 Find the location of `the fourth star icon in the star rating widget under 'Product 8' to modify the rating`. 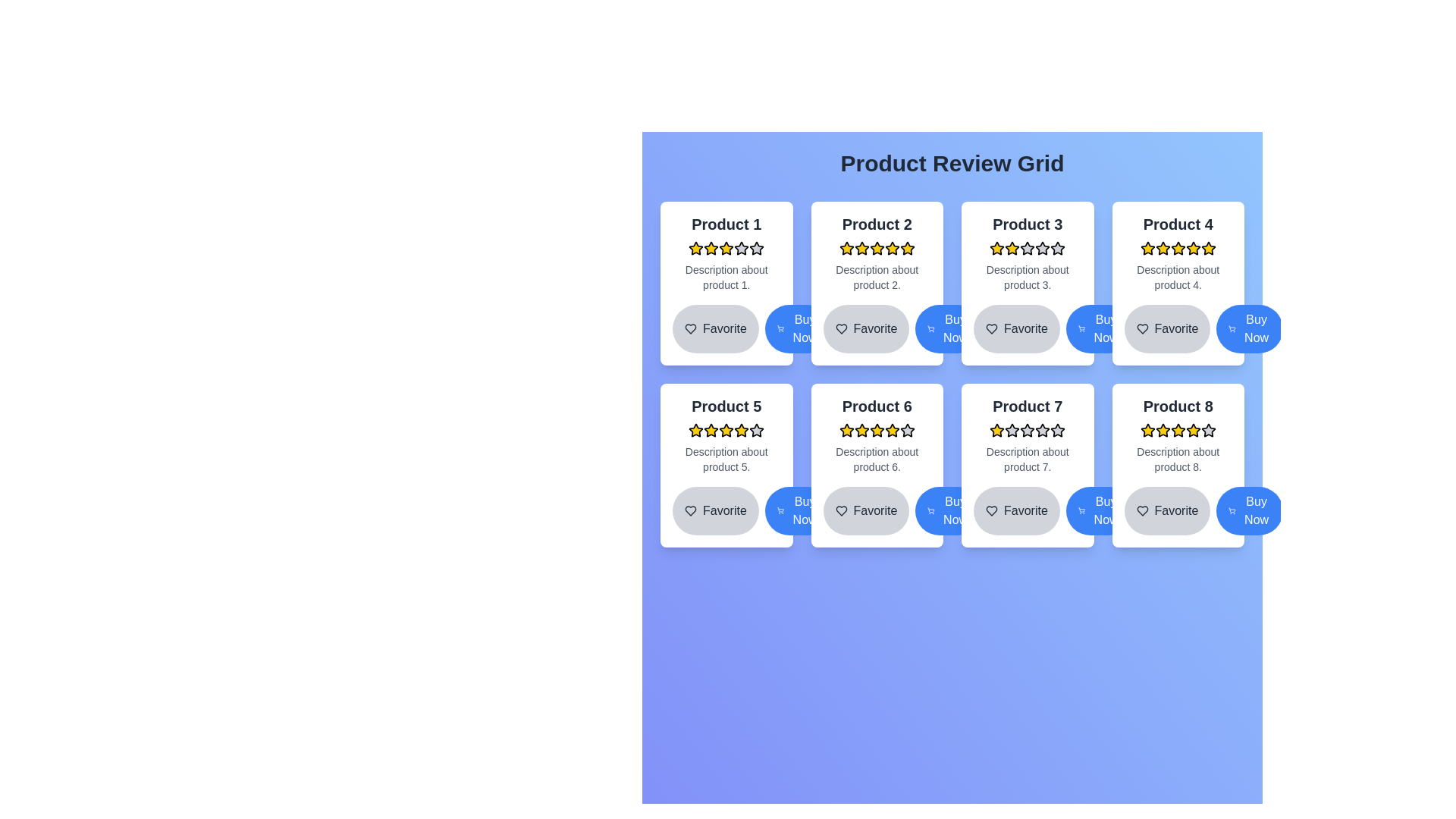

the fourth star icon in the star rating widget under 'Product 8' to modify the rating is located at coordinates (1192, 430).